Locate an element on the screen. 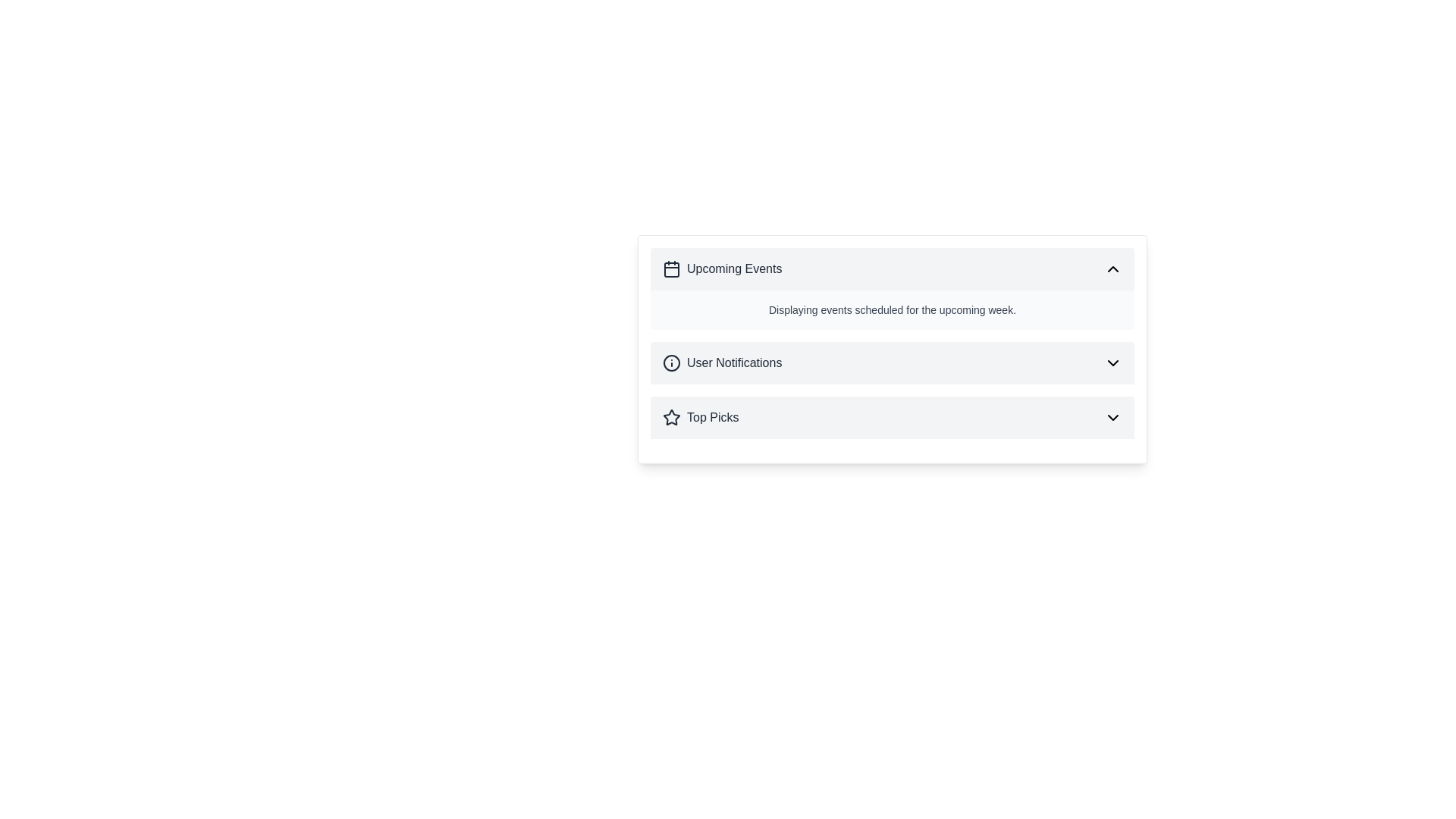 The image size is (1456, 819). the star-shaped icon with a hollow center, located directly before the text 'Top Picks' in the vertically stacked list of sections is located at coordinates (671, 418).